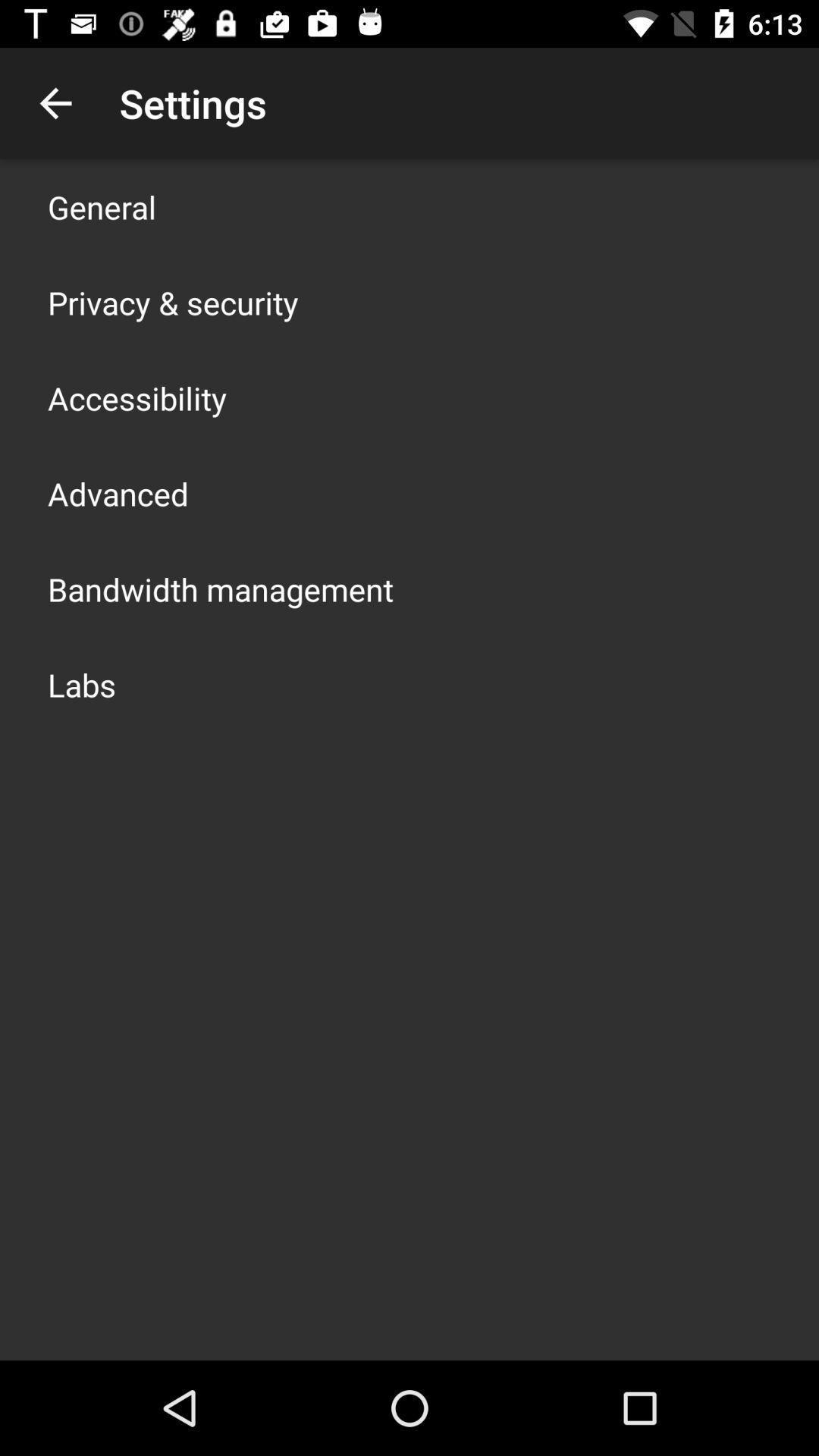  Describe the element at coordinates (55, 102) in the screenshot. I see `app to the left of the settings` at that location.